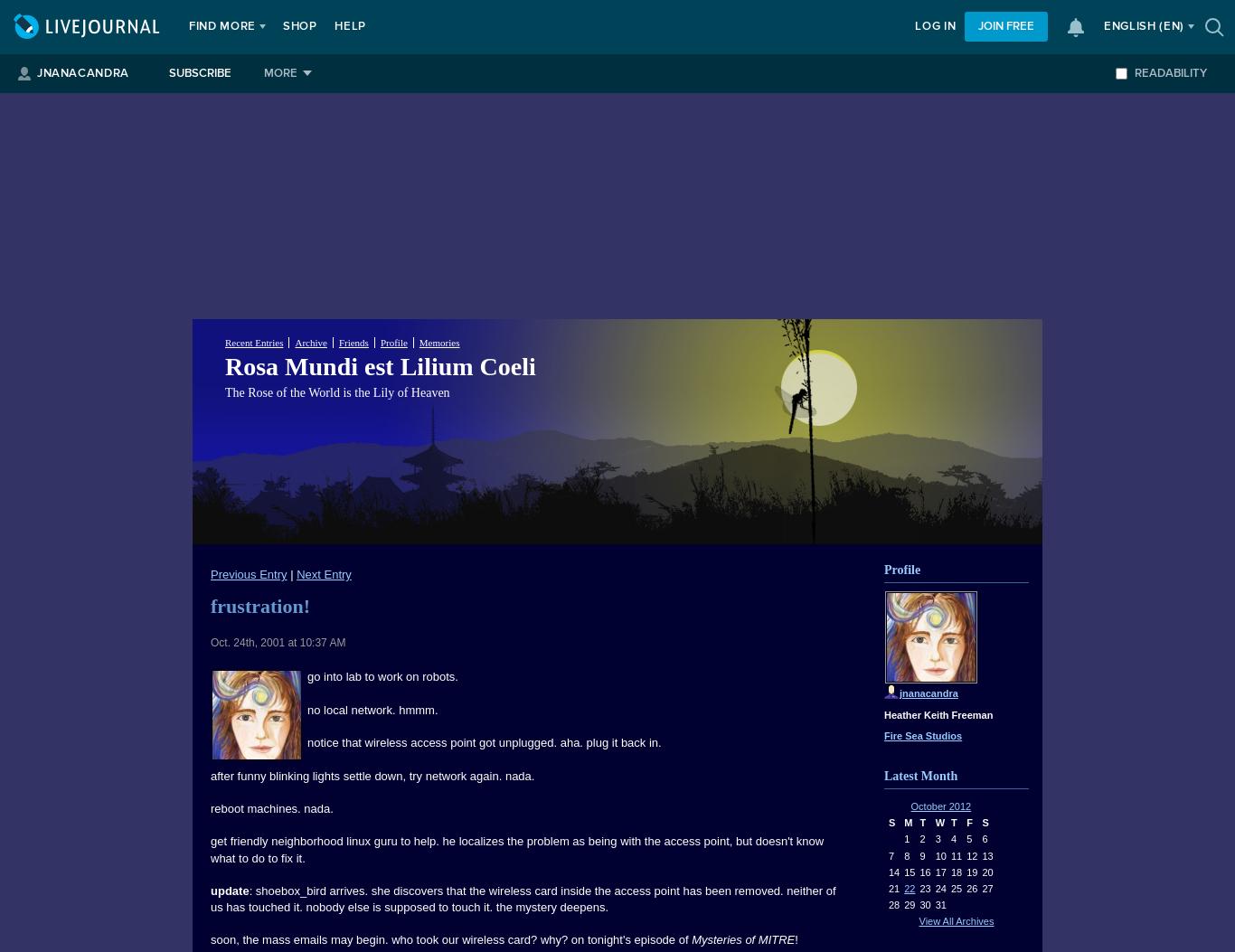 Image resolution: width=1235 pixels, height=952 pixels. I want to click on '!', so click(795, 938).